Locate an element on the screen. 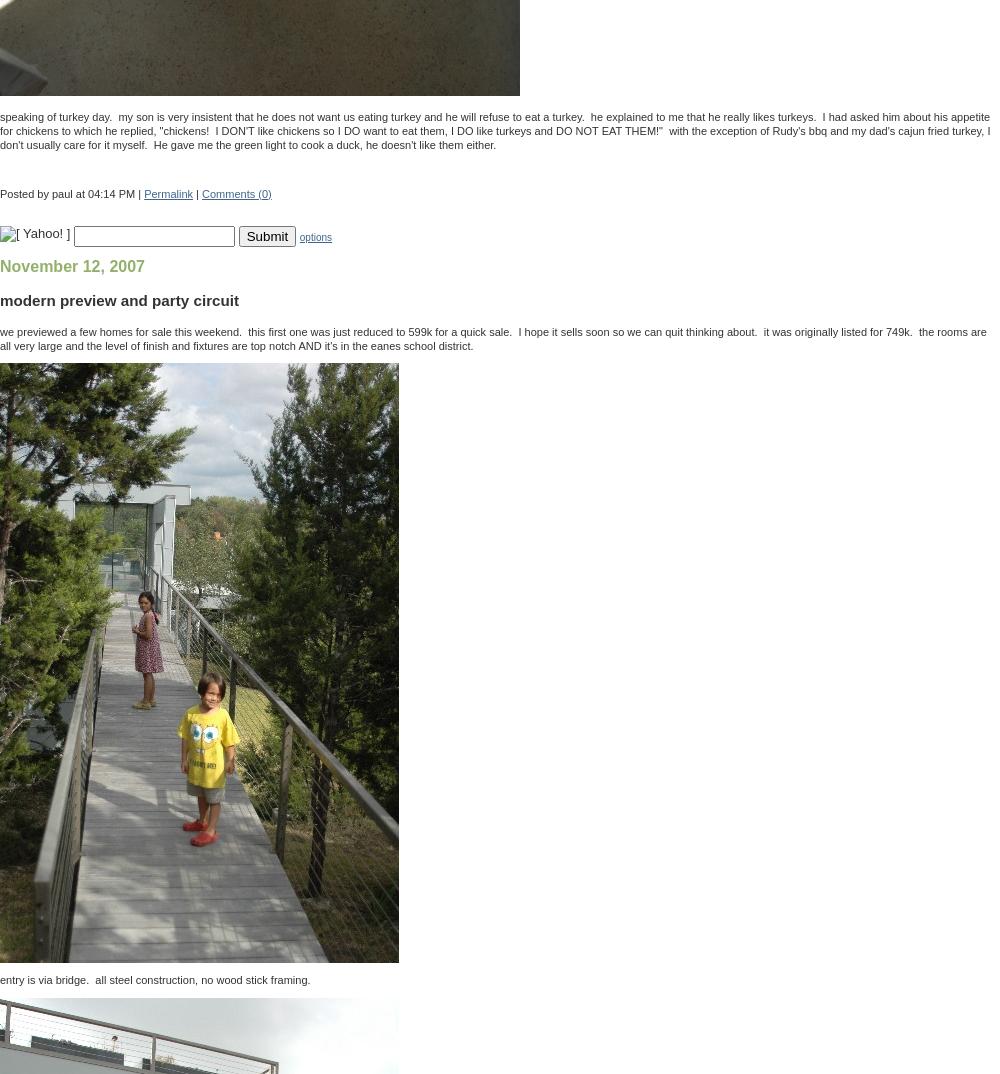 This screenshot has width=1000, height=1074. 'options' is located at coordinates (314, 236).